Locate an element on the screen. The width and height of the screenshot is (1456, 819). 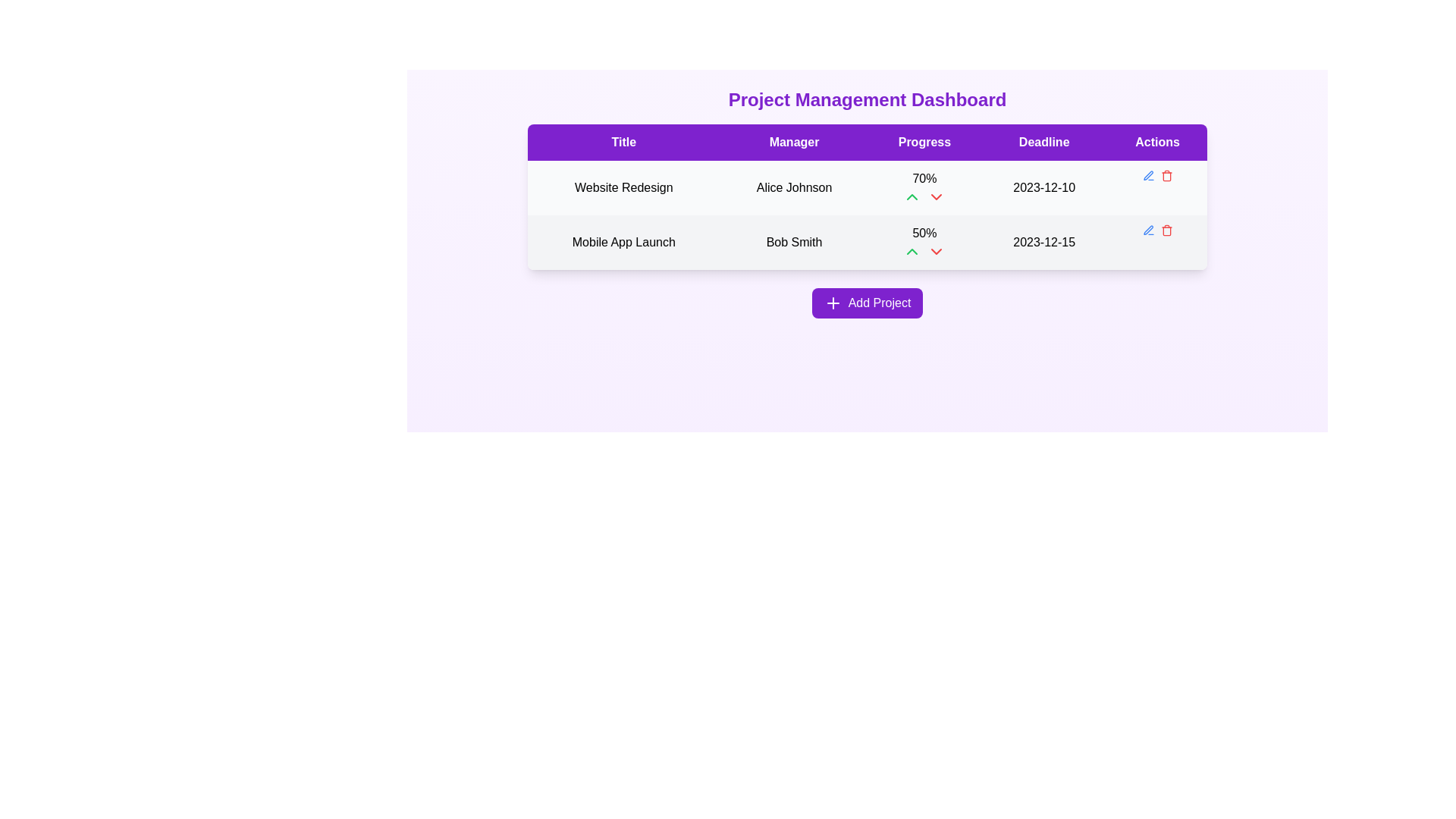
the 'Progress' column header cell in the project management table, which is the third column header following 'Title' and 'Manager' is located at coordinates (924, 143).